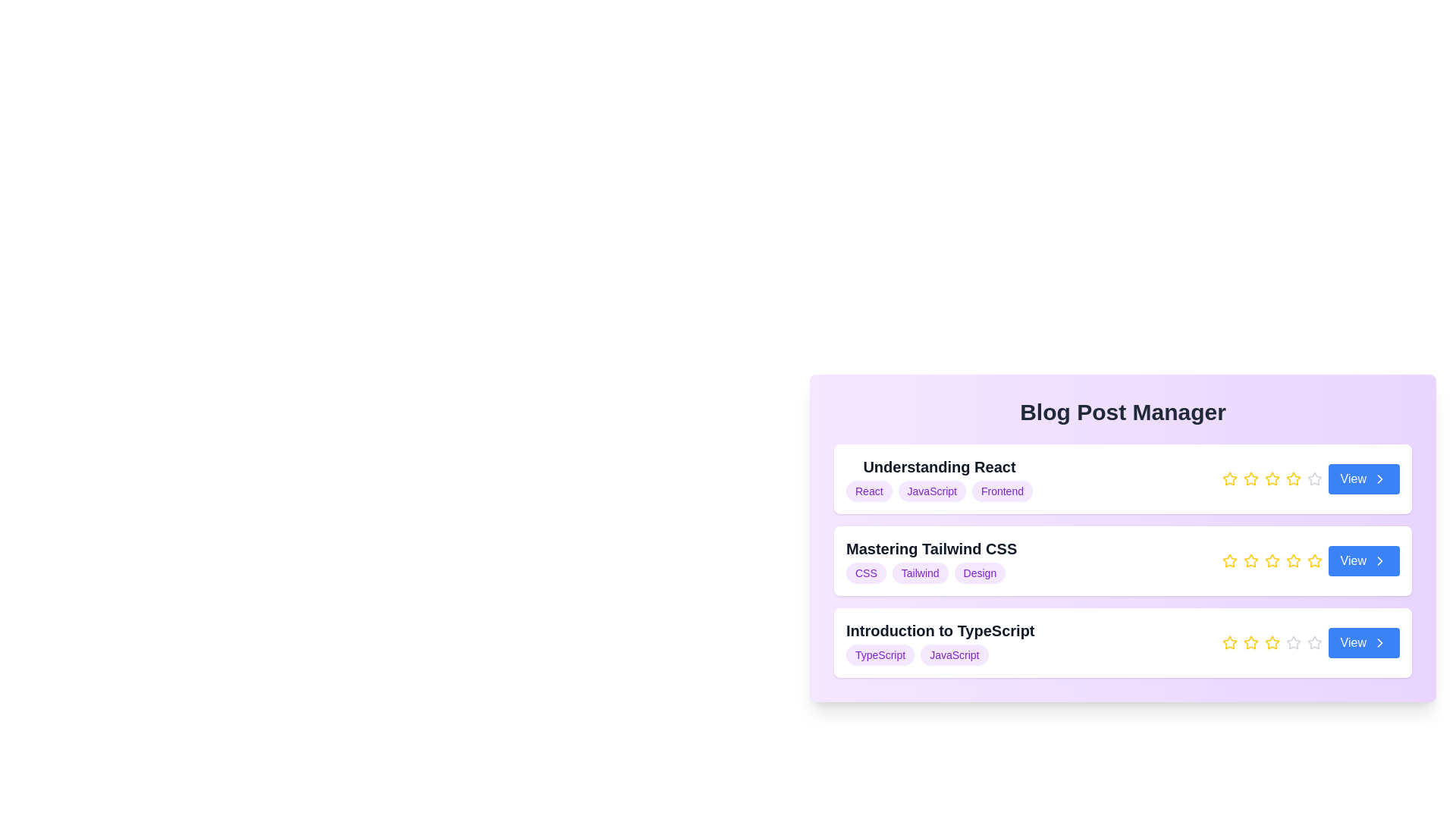 This screenshot has height=819, width=1456. What do you see at coordinates (866, 573) in the screenshot?
I see `the 'CSS' tag located below the 'Mastering Tailwind CSS' title` at bounding box center [866, 573].